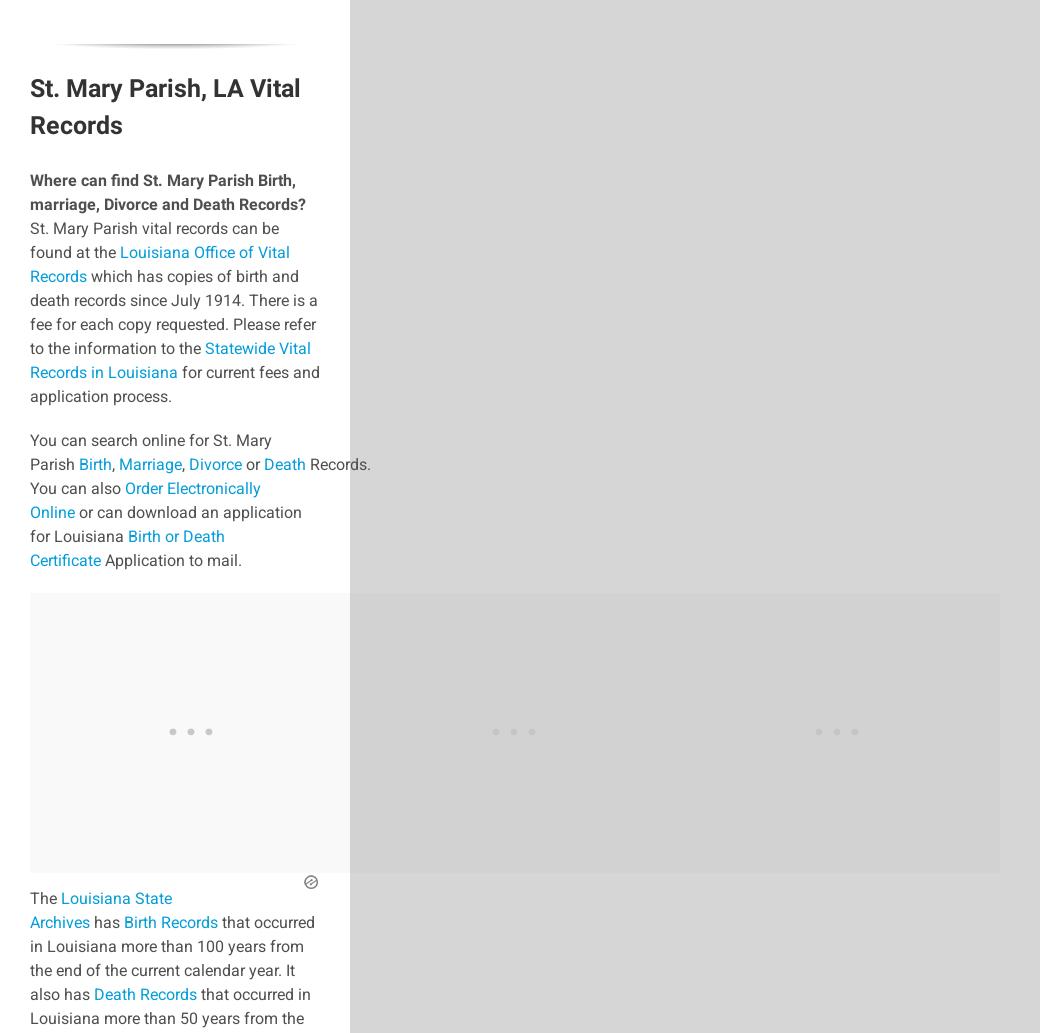 Image resolution: width=1040 pixels, height=1033 pixels. I want to click on 'Louisiana Office of Vital Records', so click(159, 263).